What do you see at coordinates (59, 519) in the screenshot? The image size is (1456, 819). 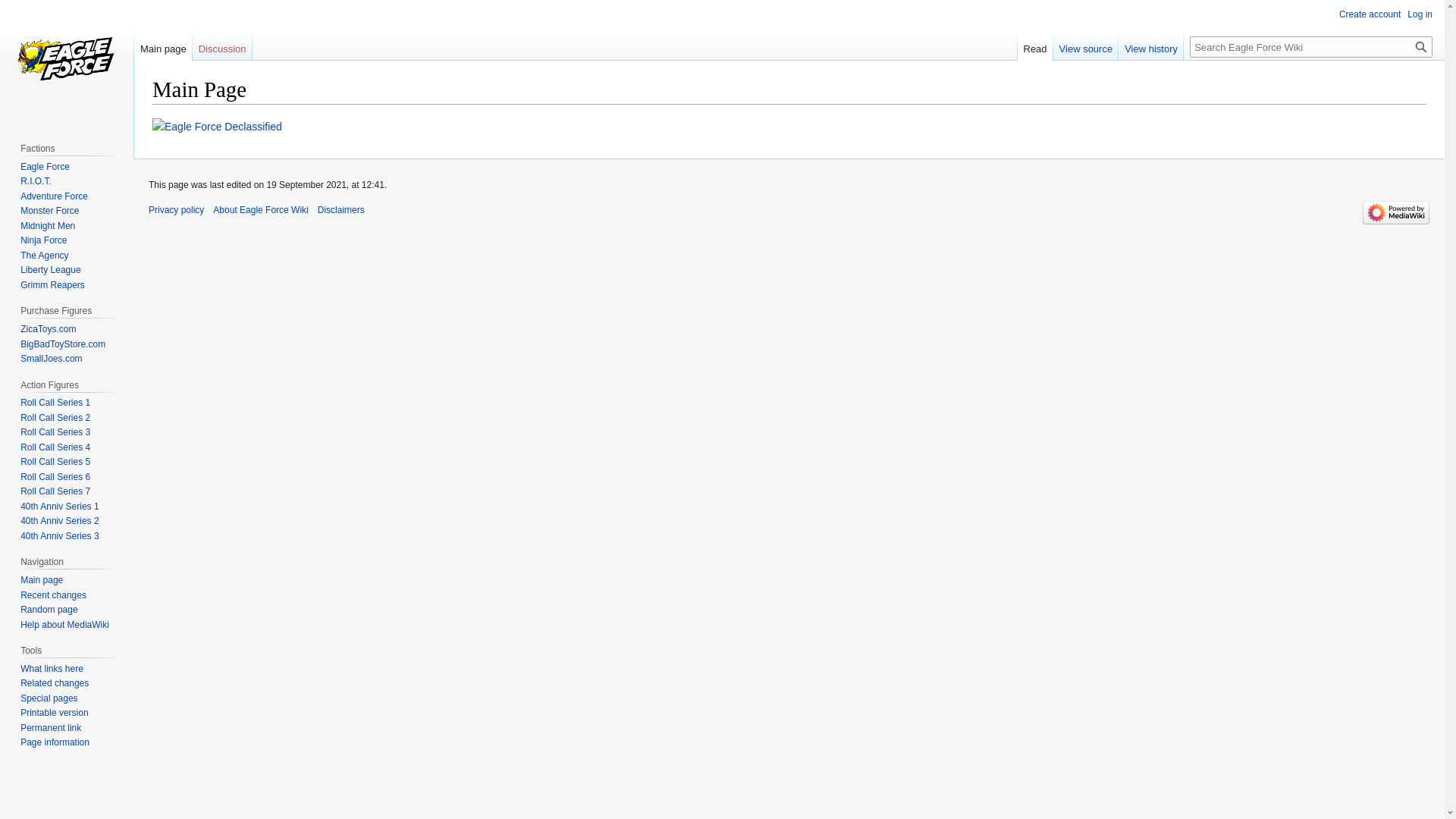 I see `'40th Anniv Series 2'` at bounding box center [59, 519].